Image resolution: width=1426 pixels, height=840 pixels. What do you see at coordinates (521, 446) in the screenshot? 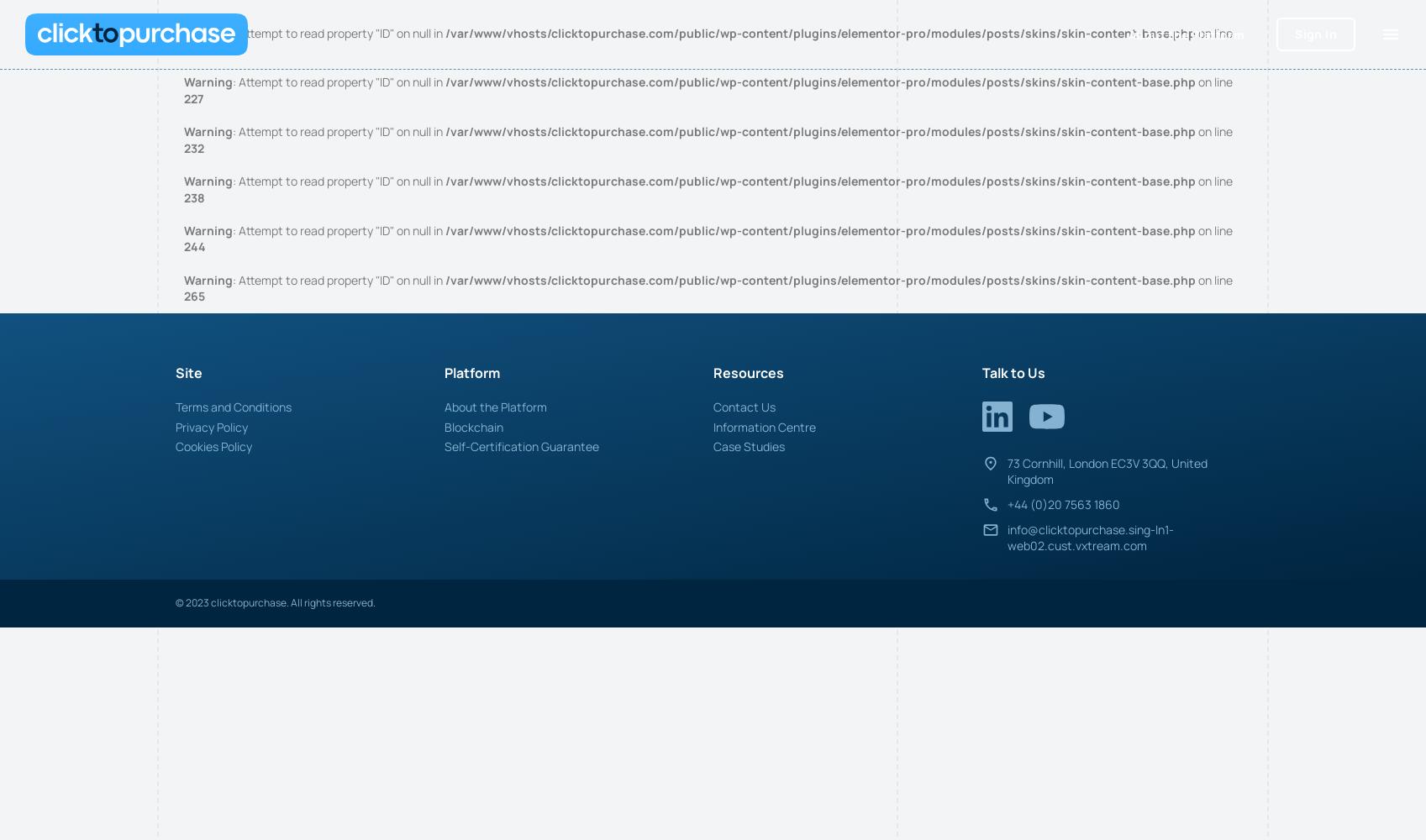
I see `'Self-Certification Guarantee'` at bounding box center [521, 446].